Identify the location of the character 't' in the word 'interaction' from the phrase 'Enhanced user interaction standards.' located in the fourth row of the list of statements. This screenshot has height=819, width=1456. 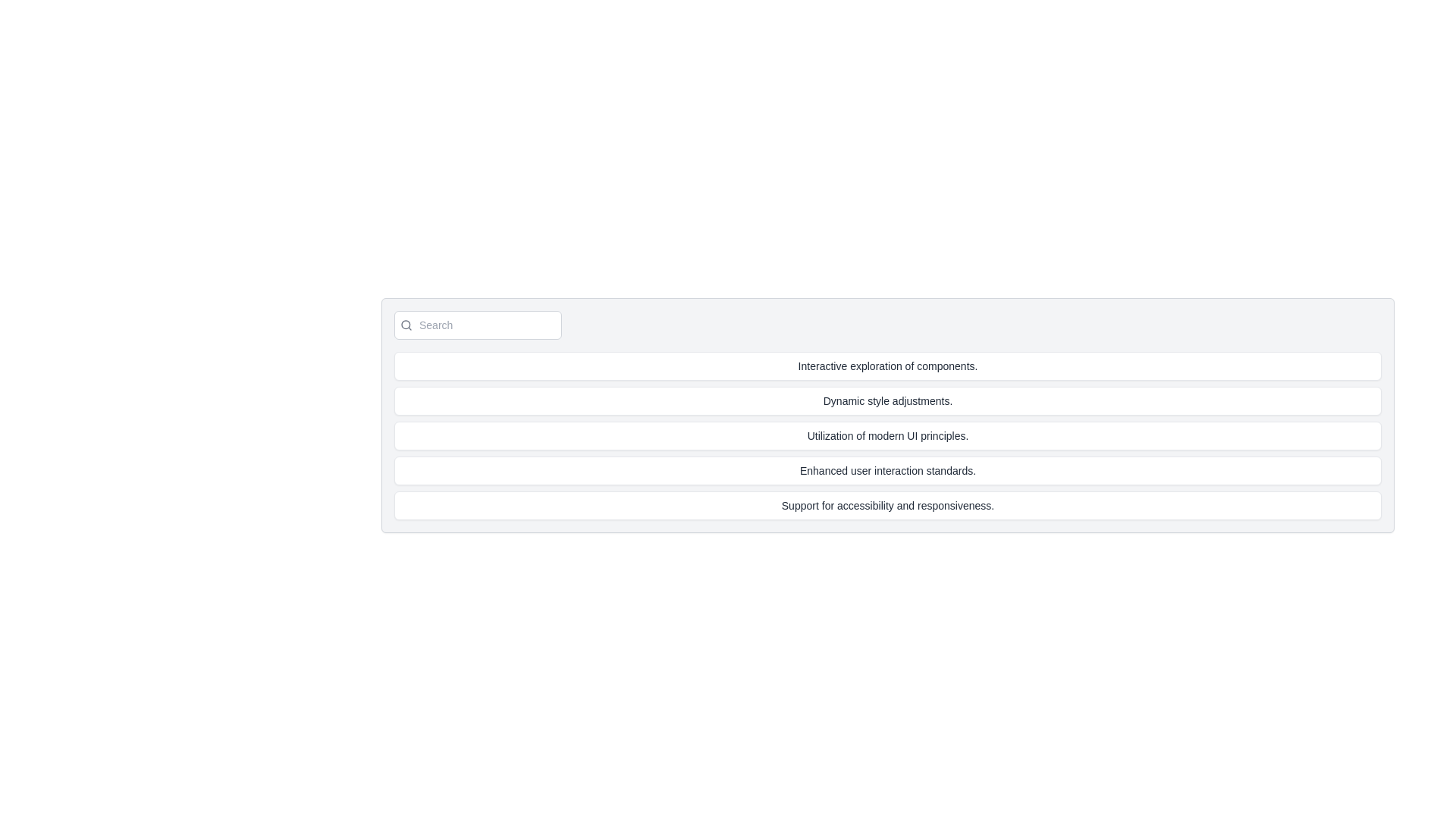
(884, 470).